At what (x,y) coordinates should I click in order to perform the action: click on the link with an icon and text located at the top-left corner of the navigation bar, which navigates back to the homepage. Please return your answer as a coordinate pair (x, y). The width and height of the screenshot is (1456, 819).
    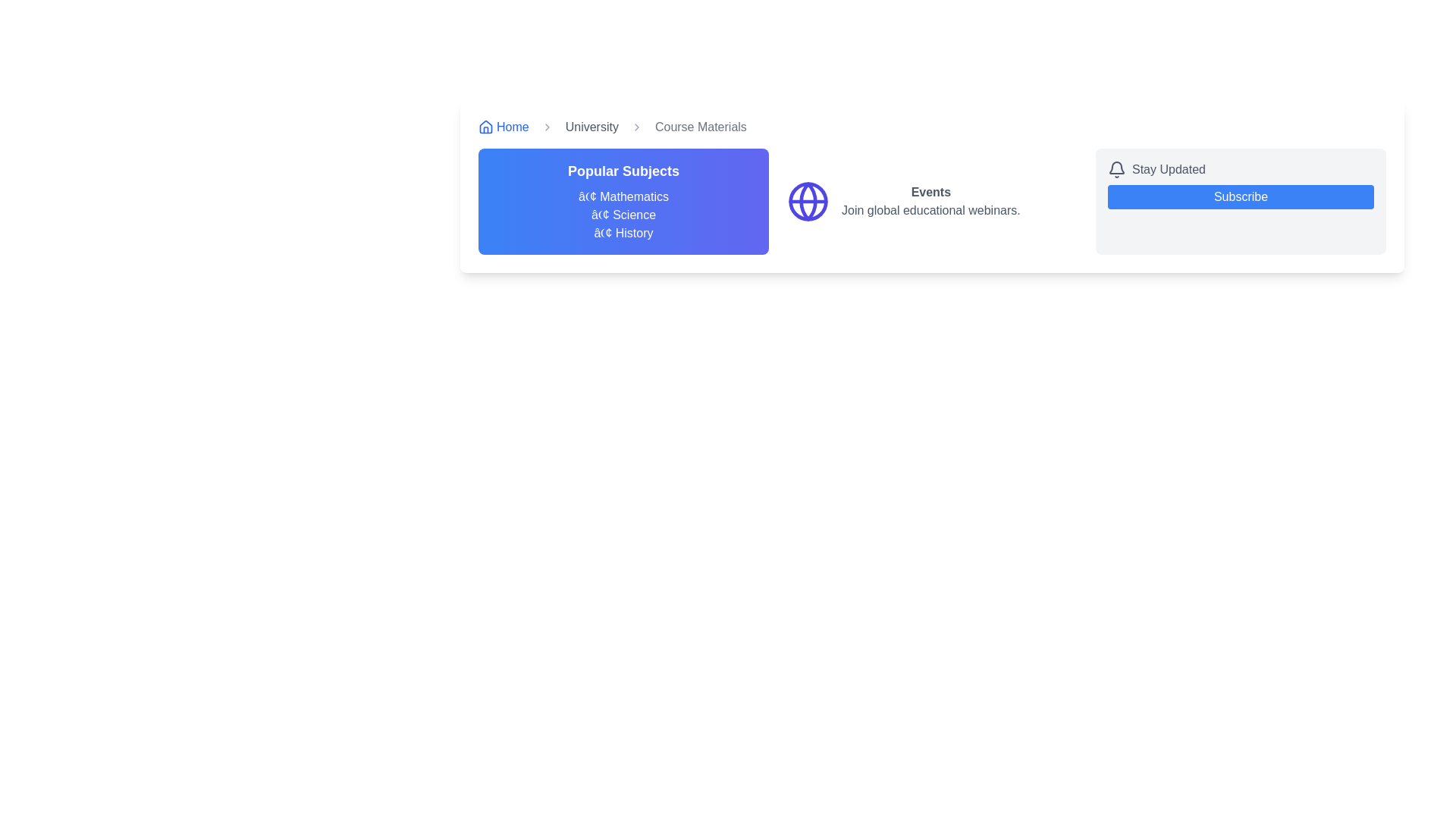
    Looking at the image, I should click on (504, 127).